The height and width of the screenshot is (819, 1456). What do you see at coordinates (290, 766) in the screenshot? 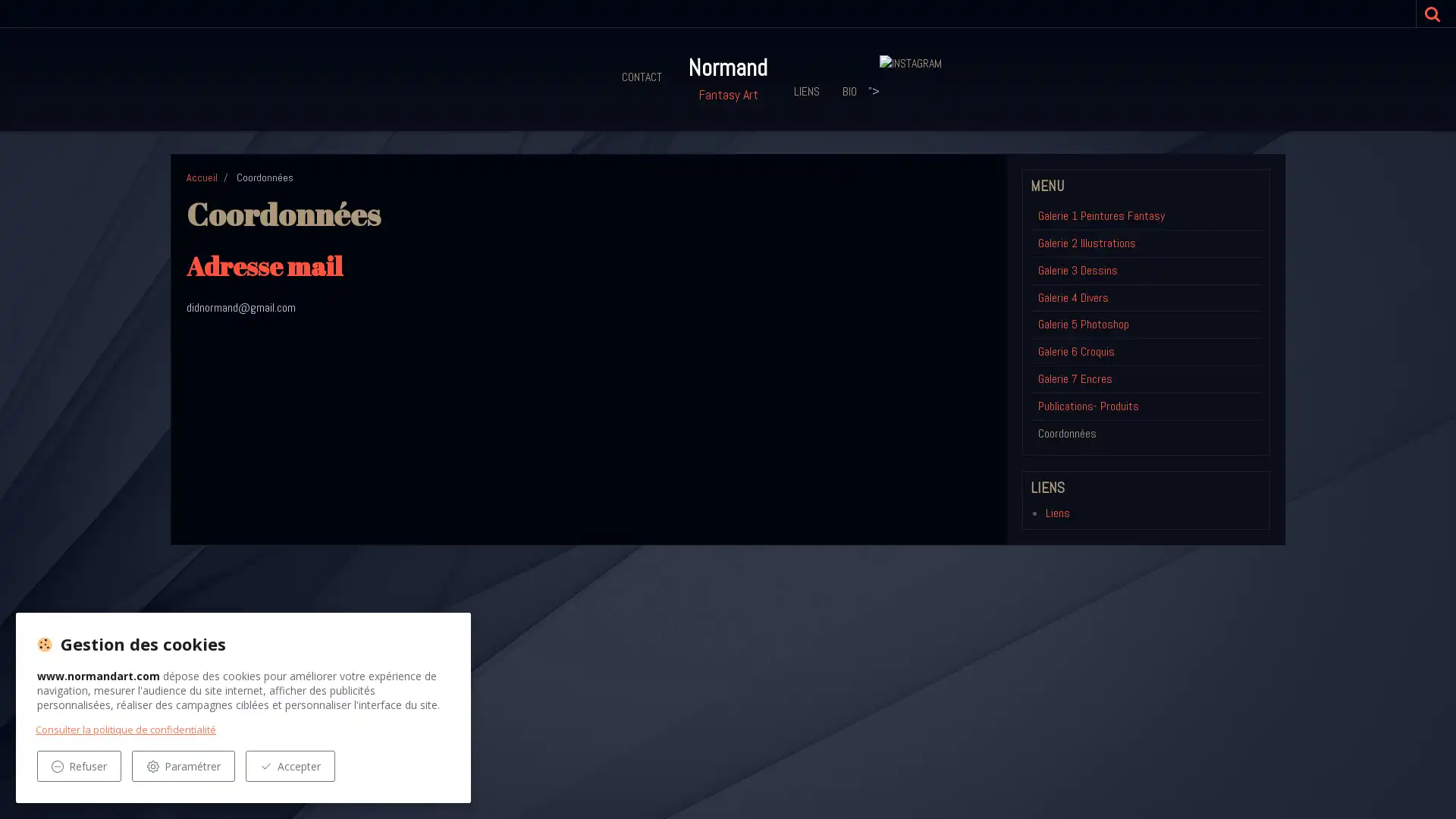
I see `Accepter` at bounding box center [290, 766].